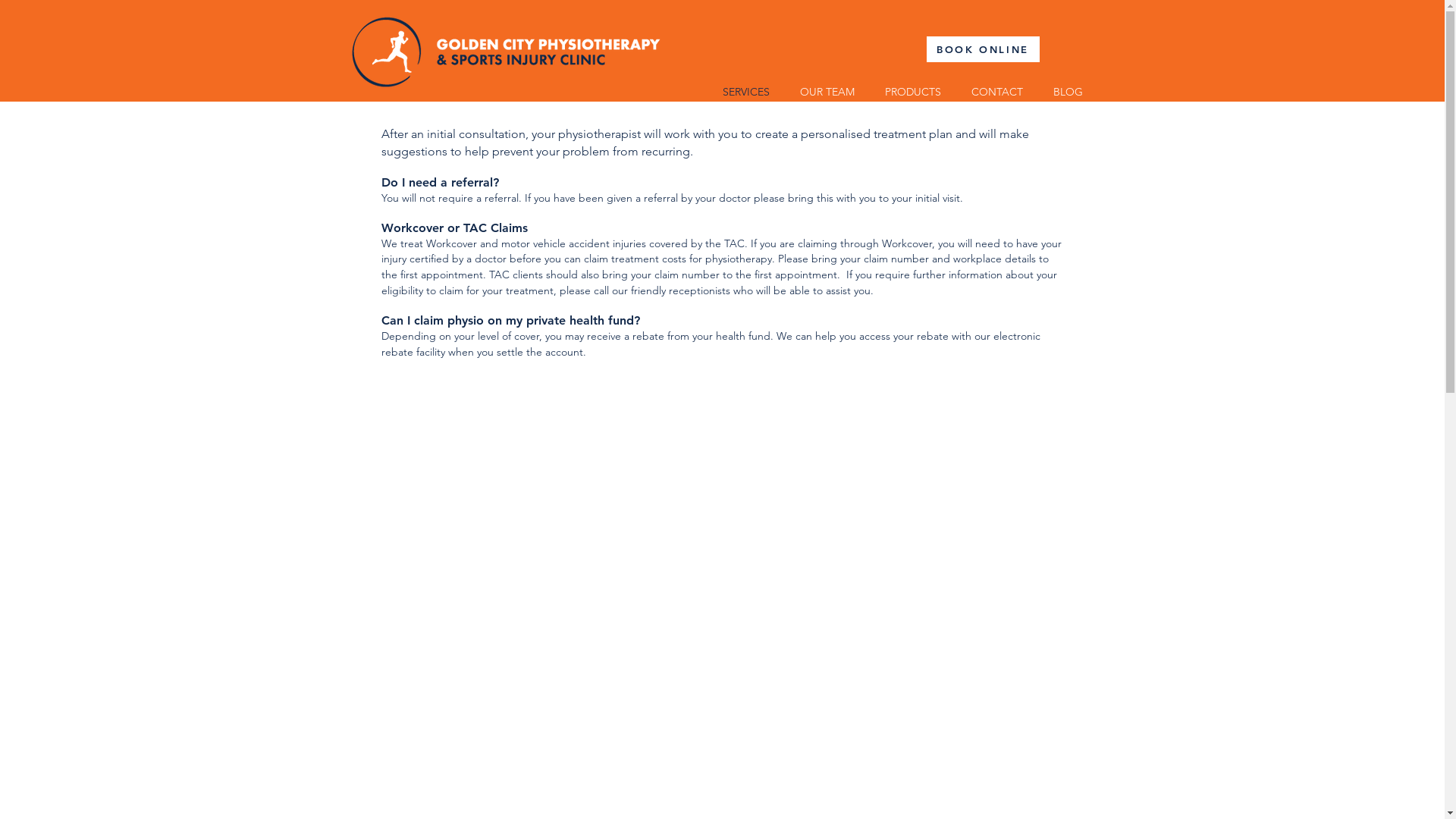  I want to click on 'SERVICES', so click(745, 90).